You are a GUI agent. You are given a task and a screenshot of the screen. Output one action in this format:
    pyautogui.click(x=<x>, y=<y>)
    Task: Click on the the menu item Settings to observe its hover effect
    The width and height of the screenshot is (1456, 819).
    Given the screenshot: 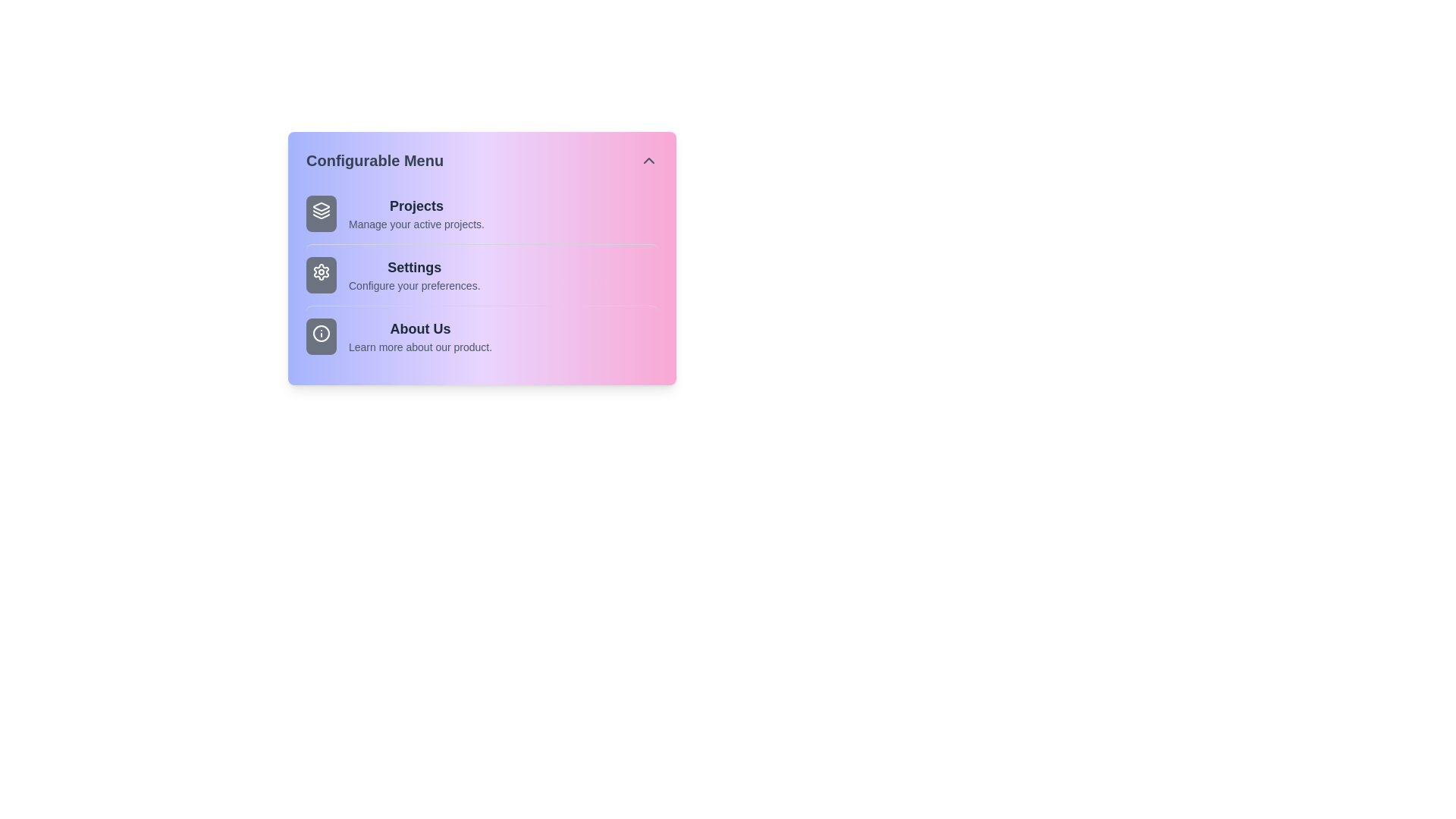 What is the action you would take?
    pyautogui.click(x=481, y=275)
    